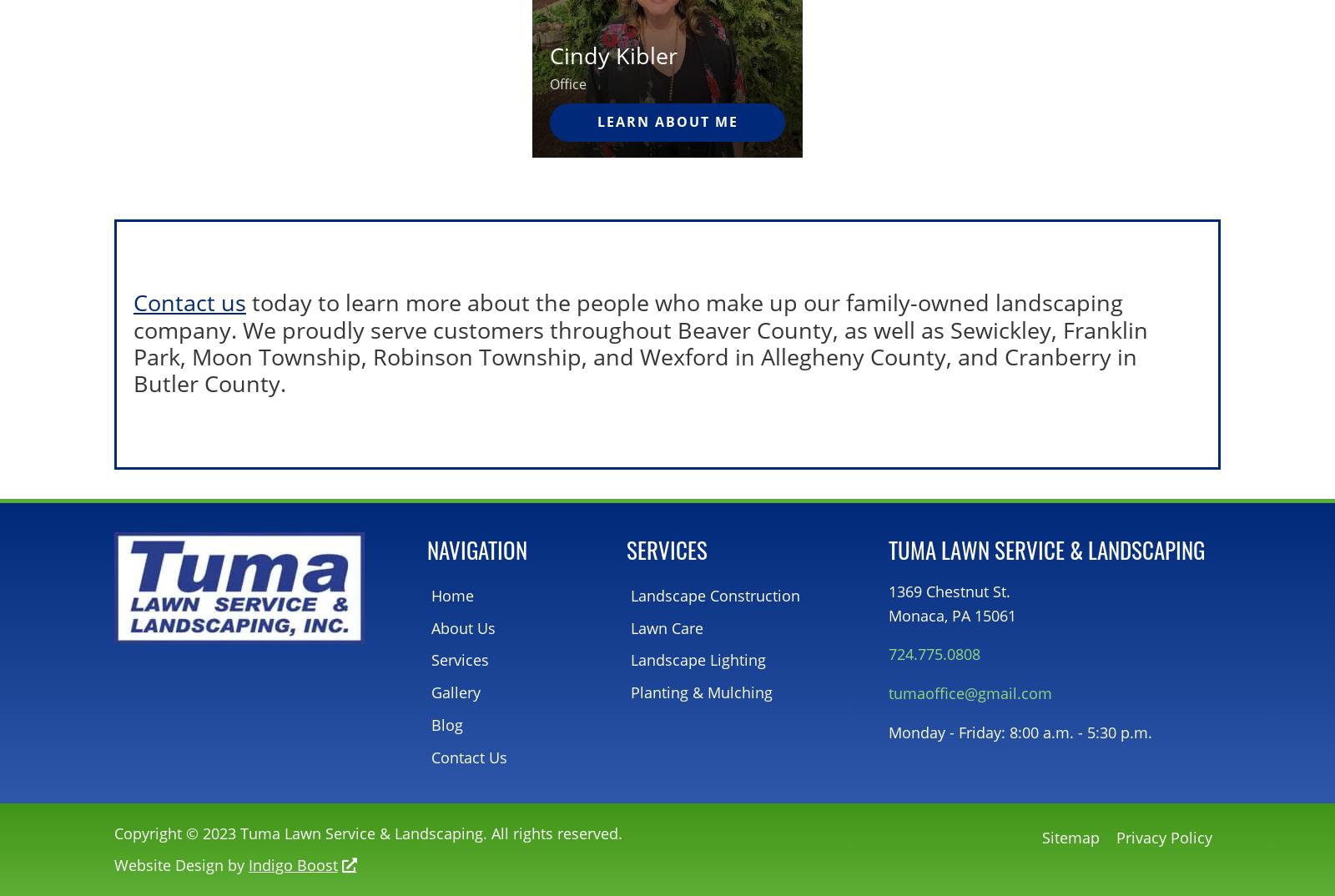  What do you see at coordinates (714, 595) in the screenshot?
I see `'Landscape Construction'` at bounding box center [714, 595].